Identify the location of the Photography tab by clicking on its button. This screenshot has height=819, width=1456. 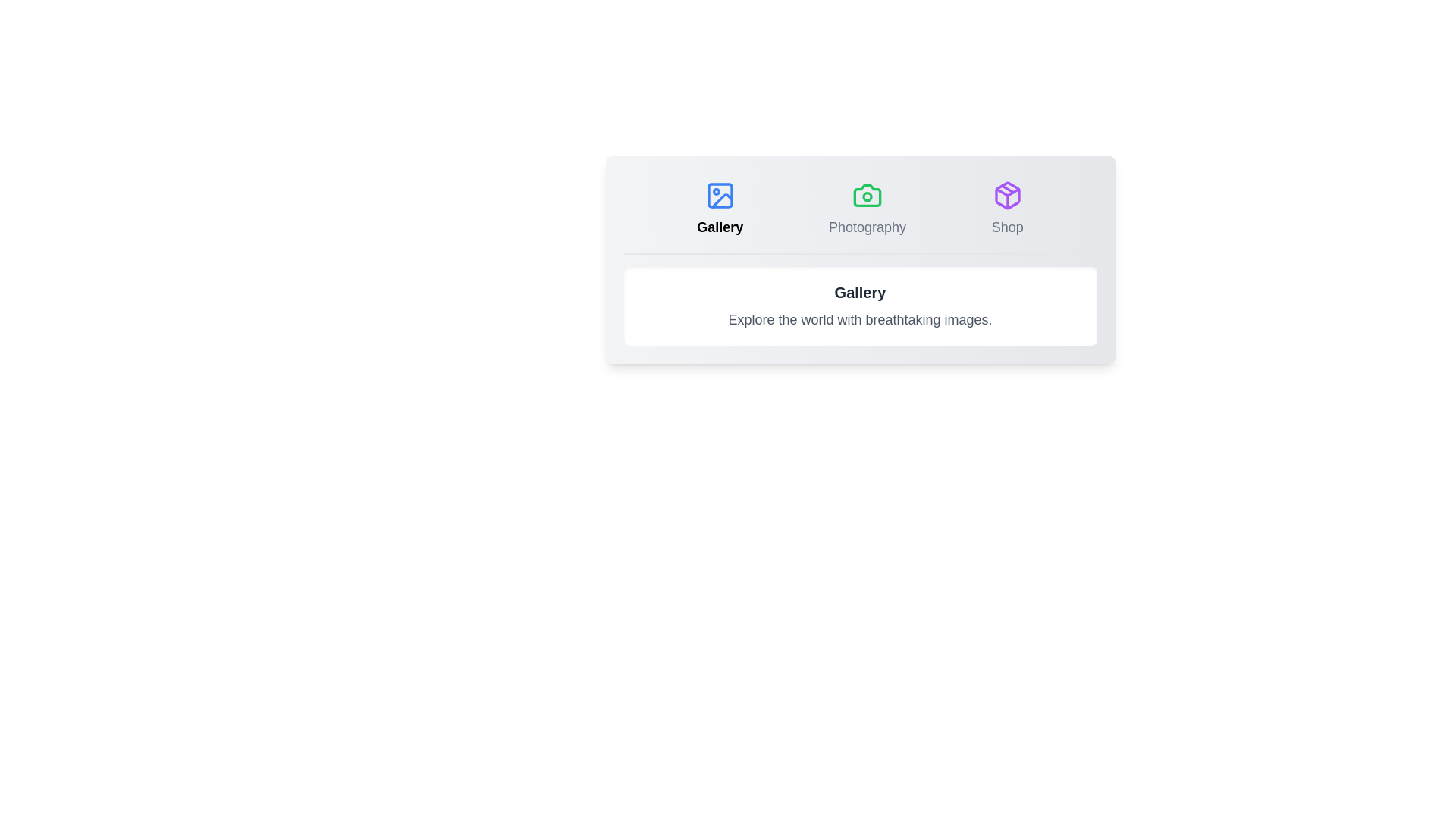
(867, 209).